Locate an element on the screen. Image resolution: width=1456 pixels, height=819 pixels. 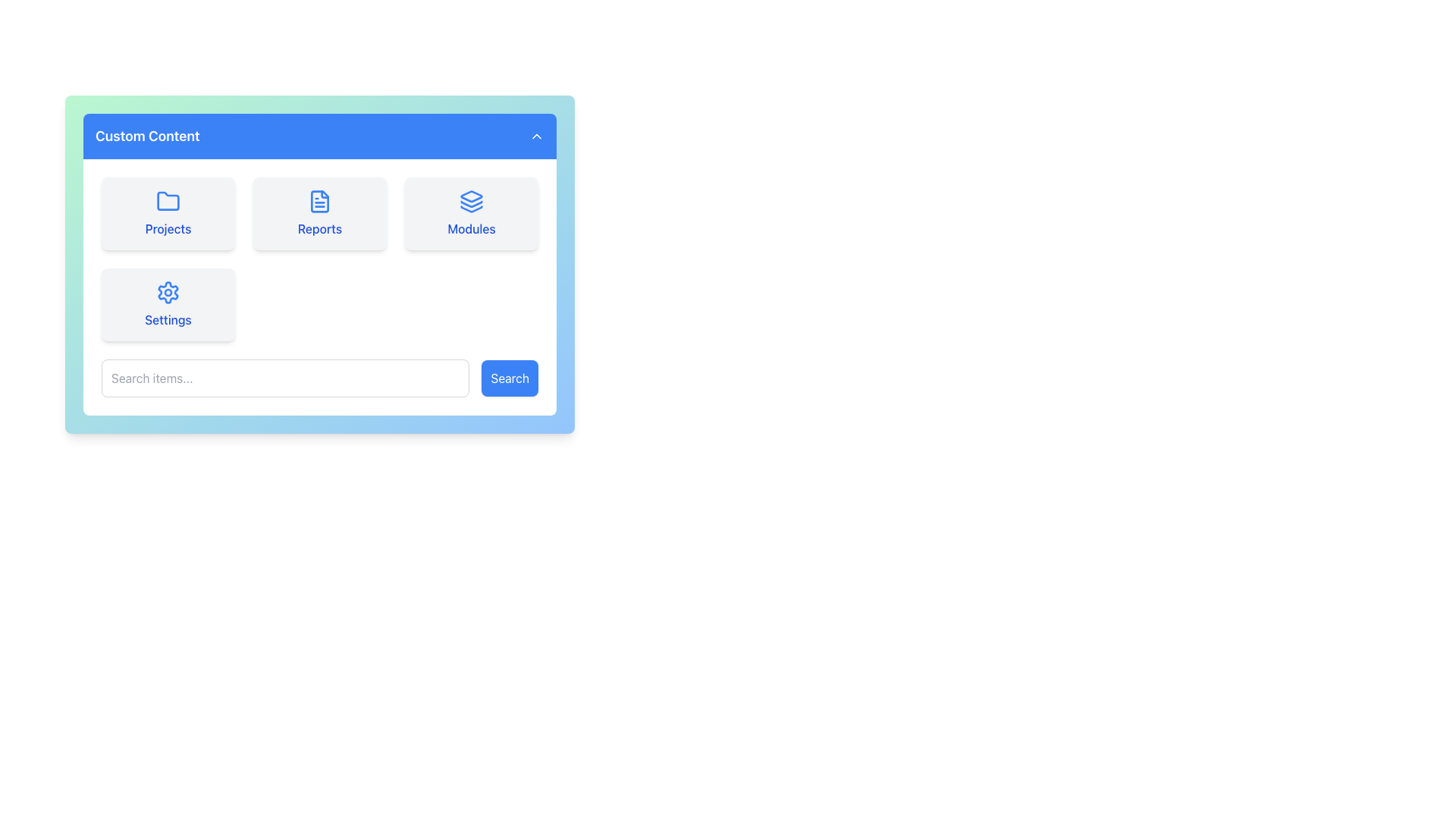
the 'Reports' text label styled in bold blue color, located at the bottom of the second card in the 'Custom Content' section is located at coordinates (319, 228).